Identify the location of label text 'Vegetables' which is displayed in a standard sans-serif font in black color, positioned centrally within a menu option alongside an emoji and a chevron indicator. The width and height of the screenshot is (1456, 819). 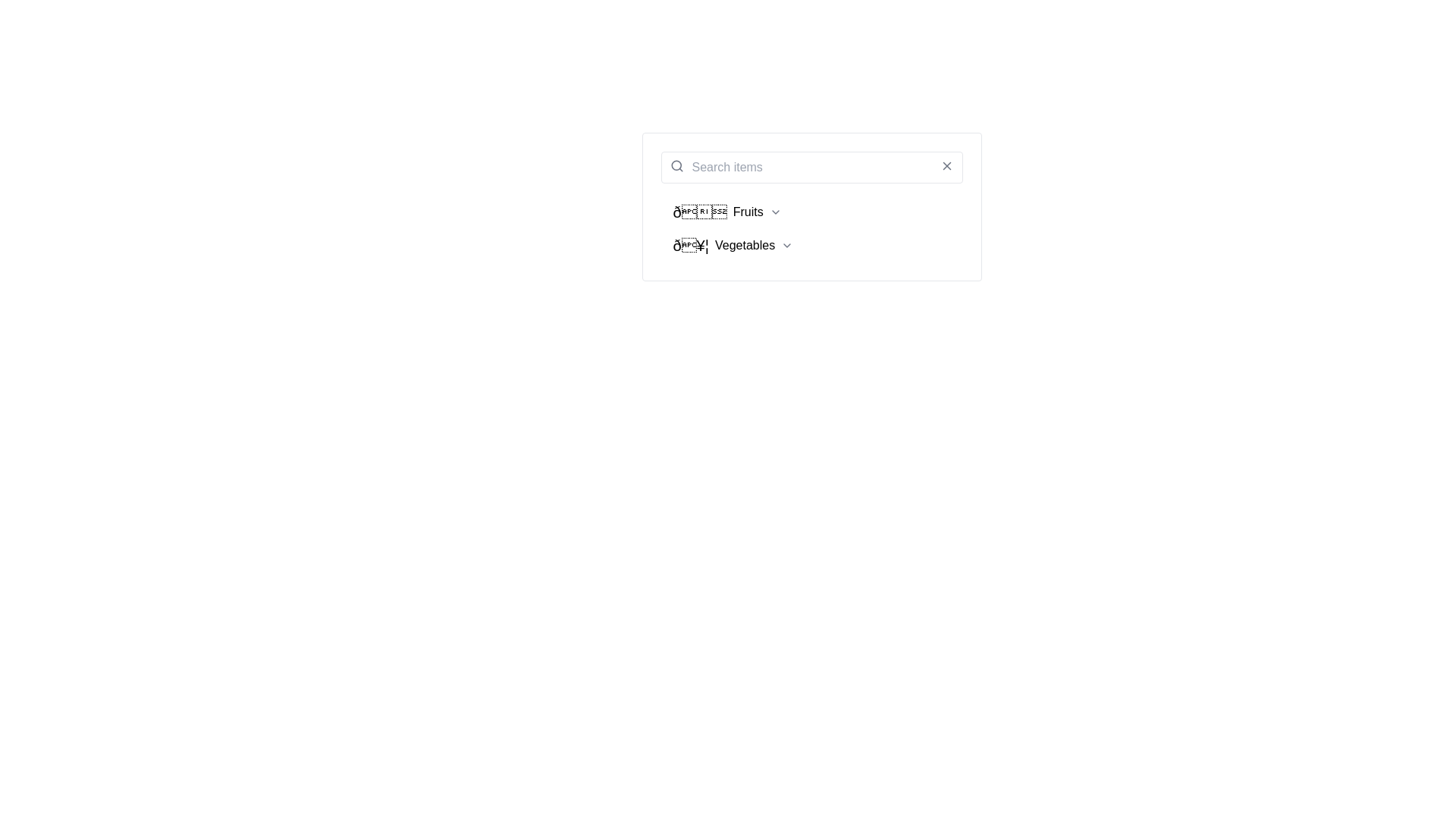
(745, 245).